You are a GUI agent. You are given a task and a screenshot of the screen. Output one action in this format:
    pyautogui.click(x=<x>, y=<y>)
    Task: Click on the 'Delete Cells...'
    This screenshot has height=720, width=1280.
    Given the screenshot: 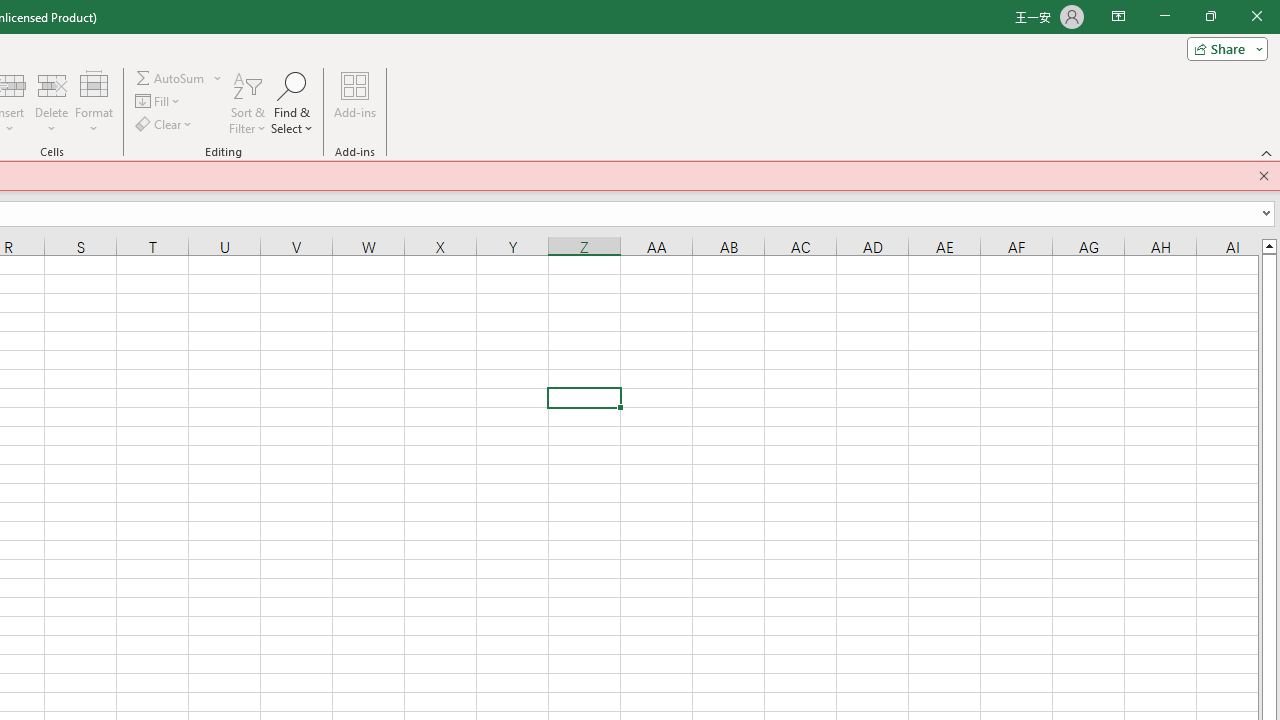 What is the action you would take?
    pyautogui.click(x=51, y=84)
    